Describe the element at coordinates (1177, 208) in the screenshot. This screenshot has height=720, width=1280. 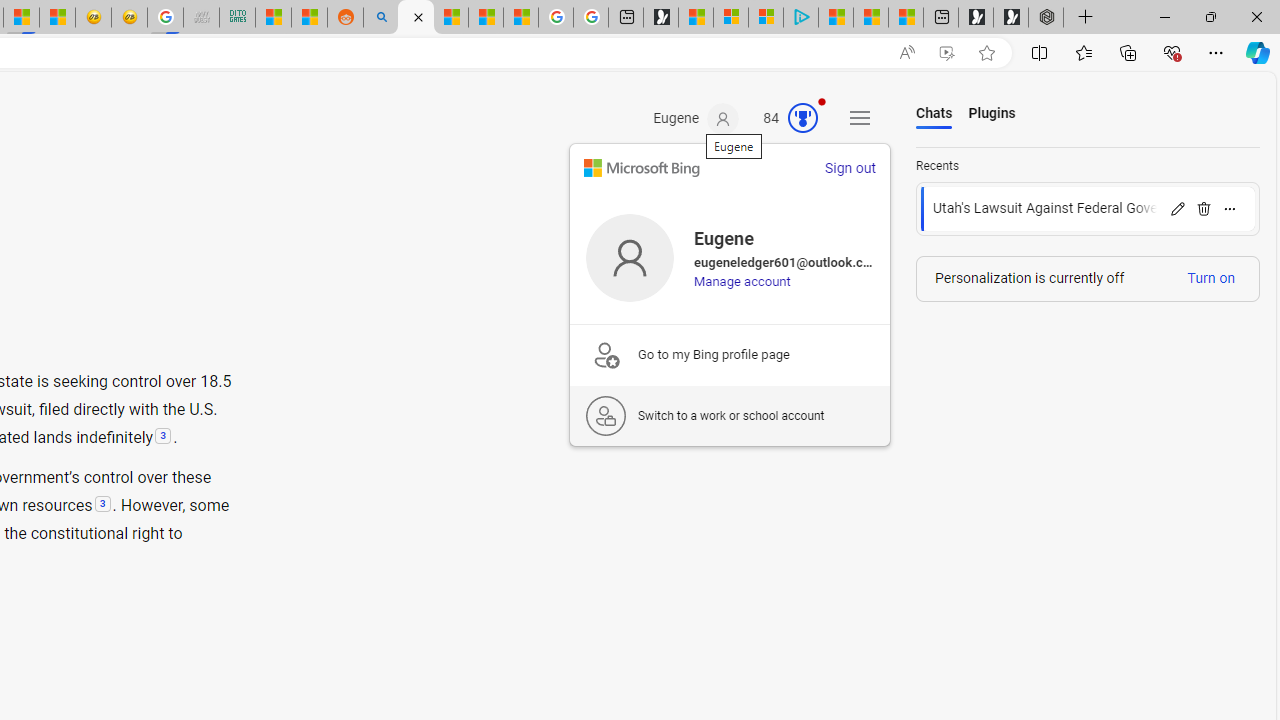
I see `'Rename'` at that location.